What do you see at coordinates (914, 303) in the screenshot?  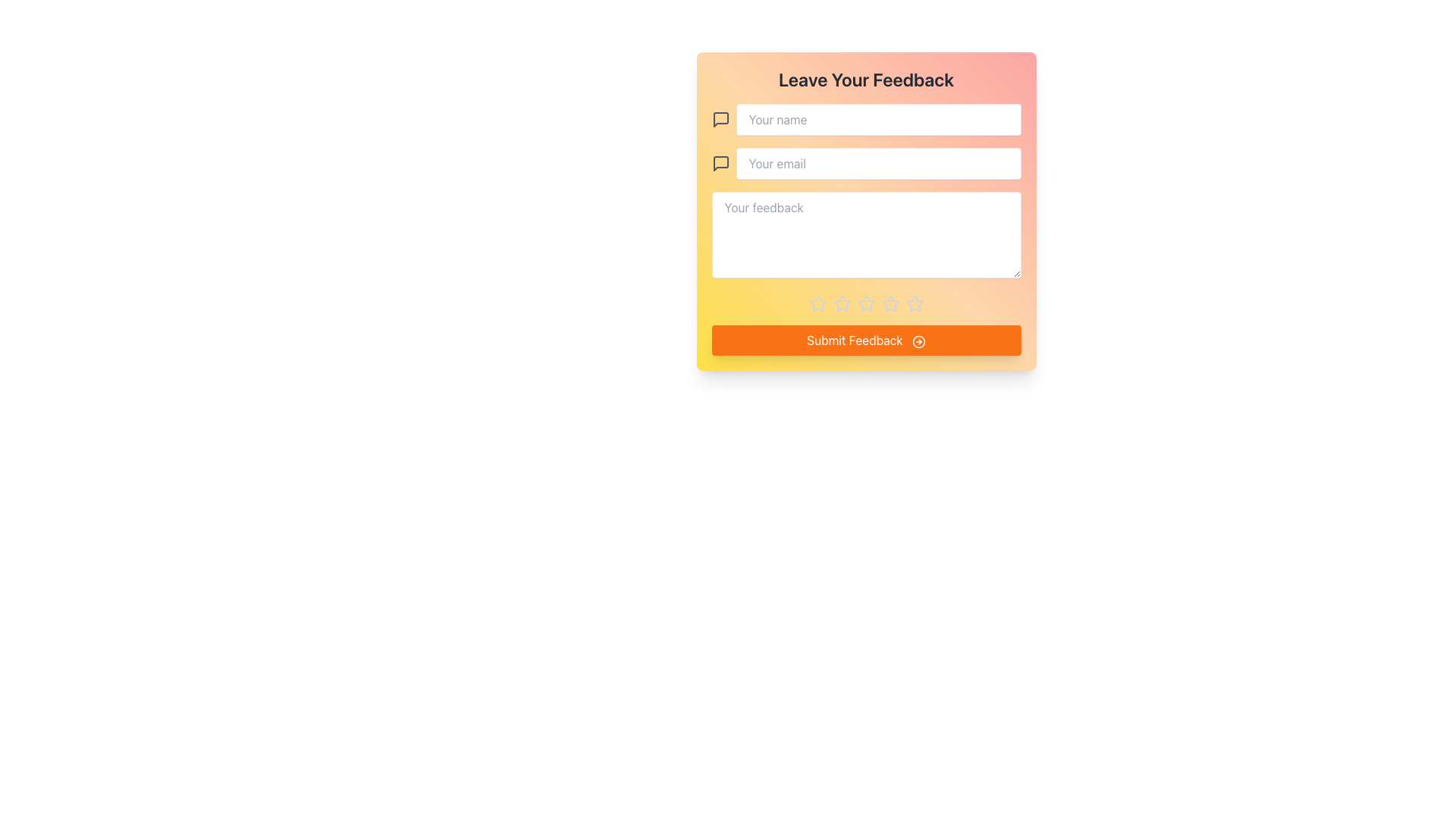 I see `the fourth star in the rating system, which is part of a five-star feedback mechanism located below the feedback input field and above the 'Submit Feedback' button` at bounding box center [914, 303].